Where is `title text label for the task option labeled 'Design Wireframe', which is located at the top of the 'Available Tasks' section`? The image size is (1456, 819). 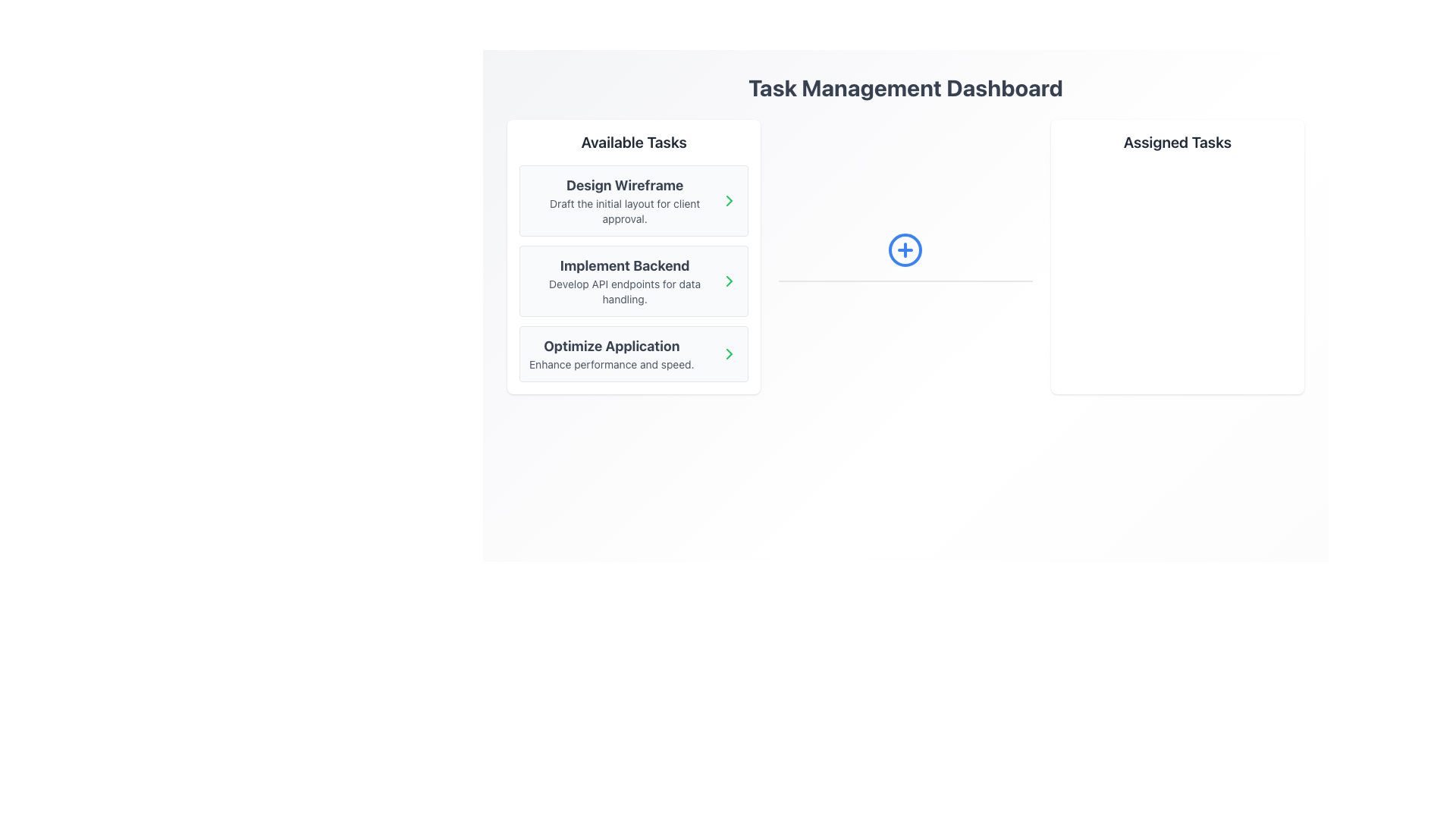 title text label for the task option labeled 'Design Wireframe', which is located at the top of the 'Available Tasks' section is located at coordinates (625, 185).